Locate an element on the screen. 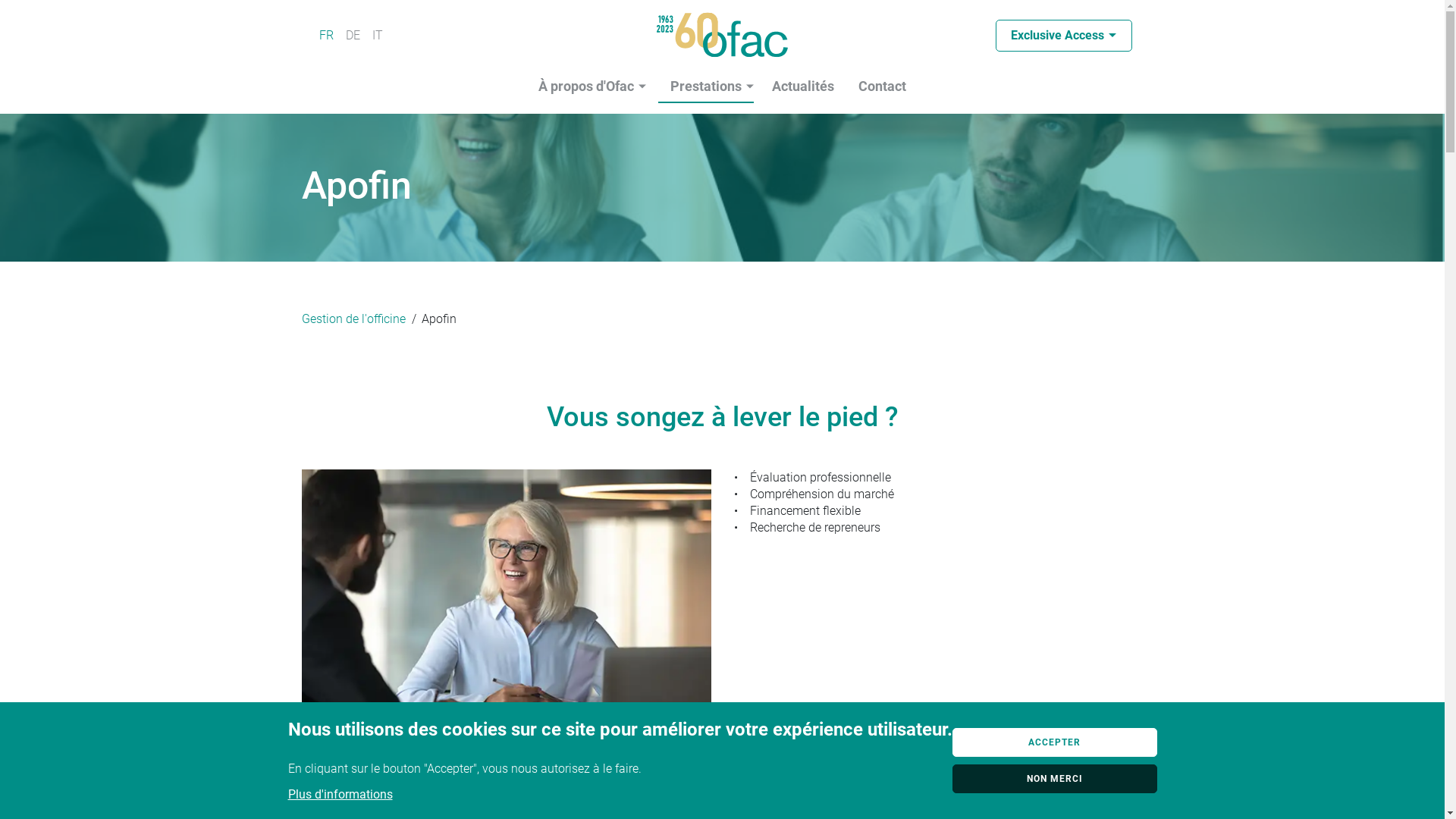  'Prestations' is located at coordinates (705, 87).